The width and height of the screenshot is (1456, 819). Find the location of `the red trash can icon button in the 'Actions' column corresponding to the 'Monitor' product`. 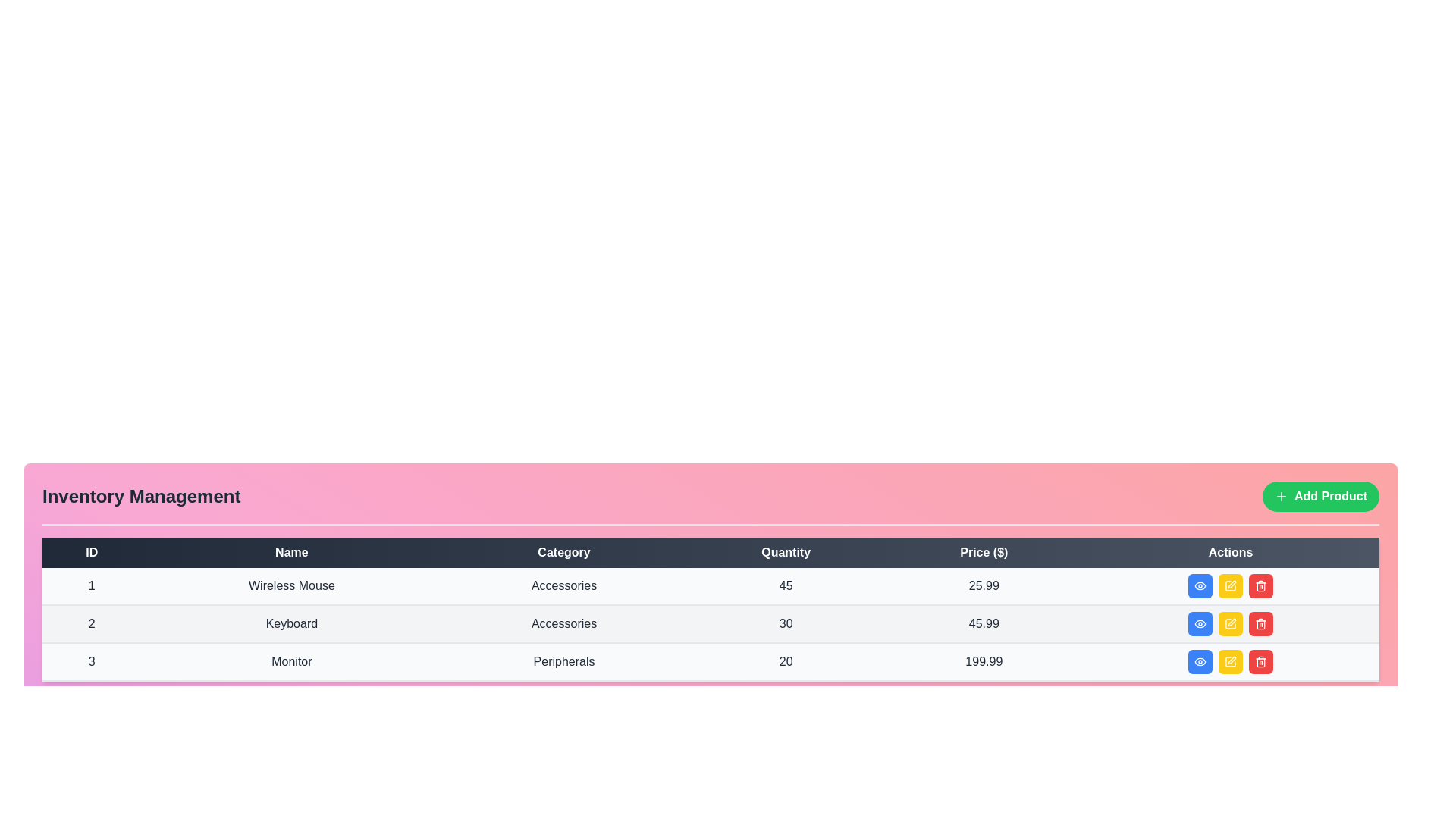

the red trash can icon button in the 'Actions' column corresponding to the 'Monitor' product is located at coordinates (1261, 585).